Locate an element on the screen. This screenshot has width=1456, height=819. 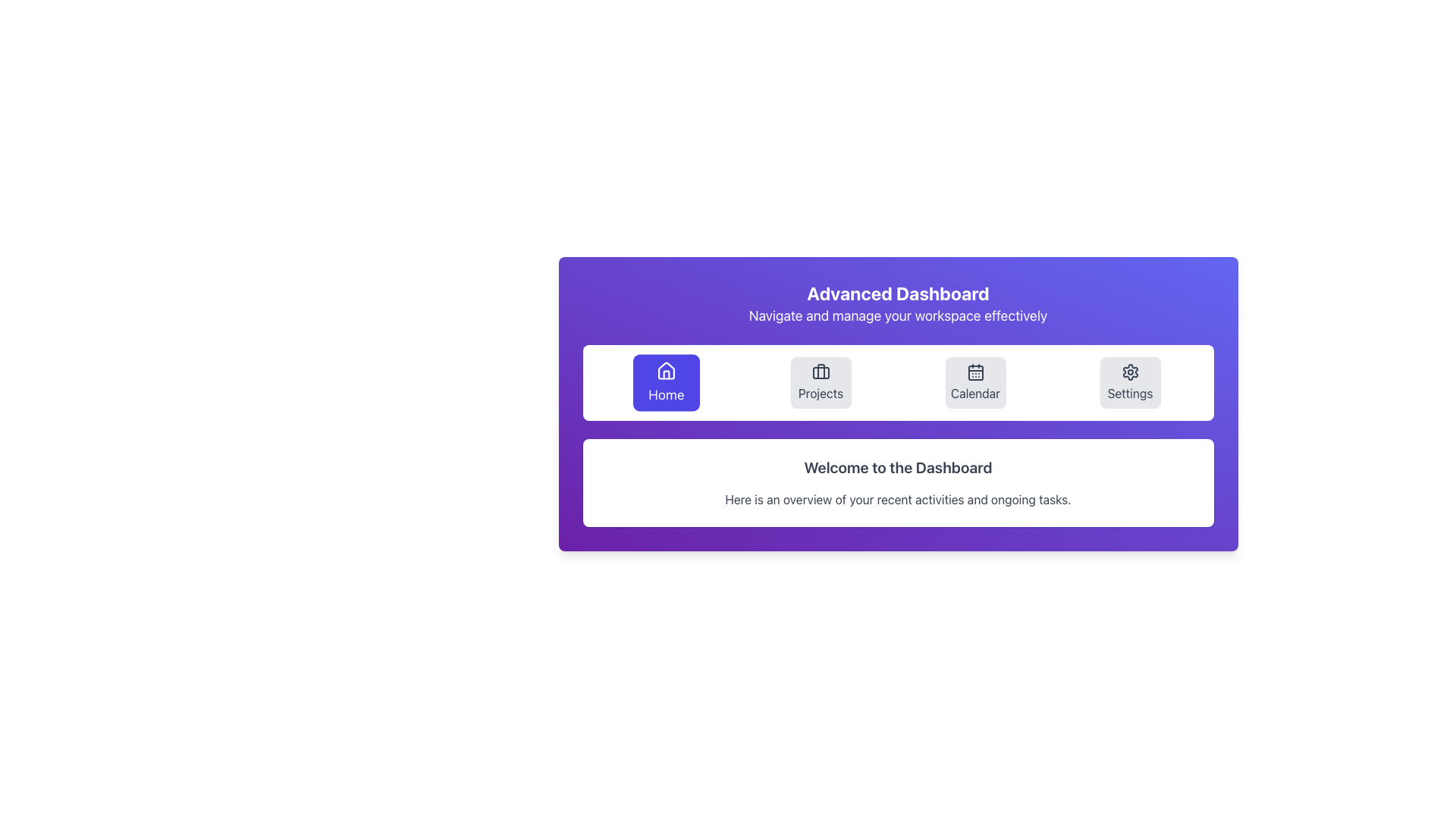
the stylized gear icon located at the far-right side of the horizontal menu bar is located at coordinates (1130, 372).